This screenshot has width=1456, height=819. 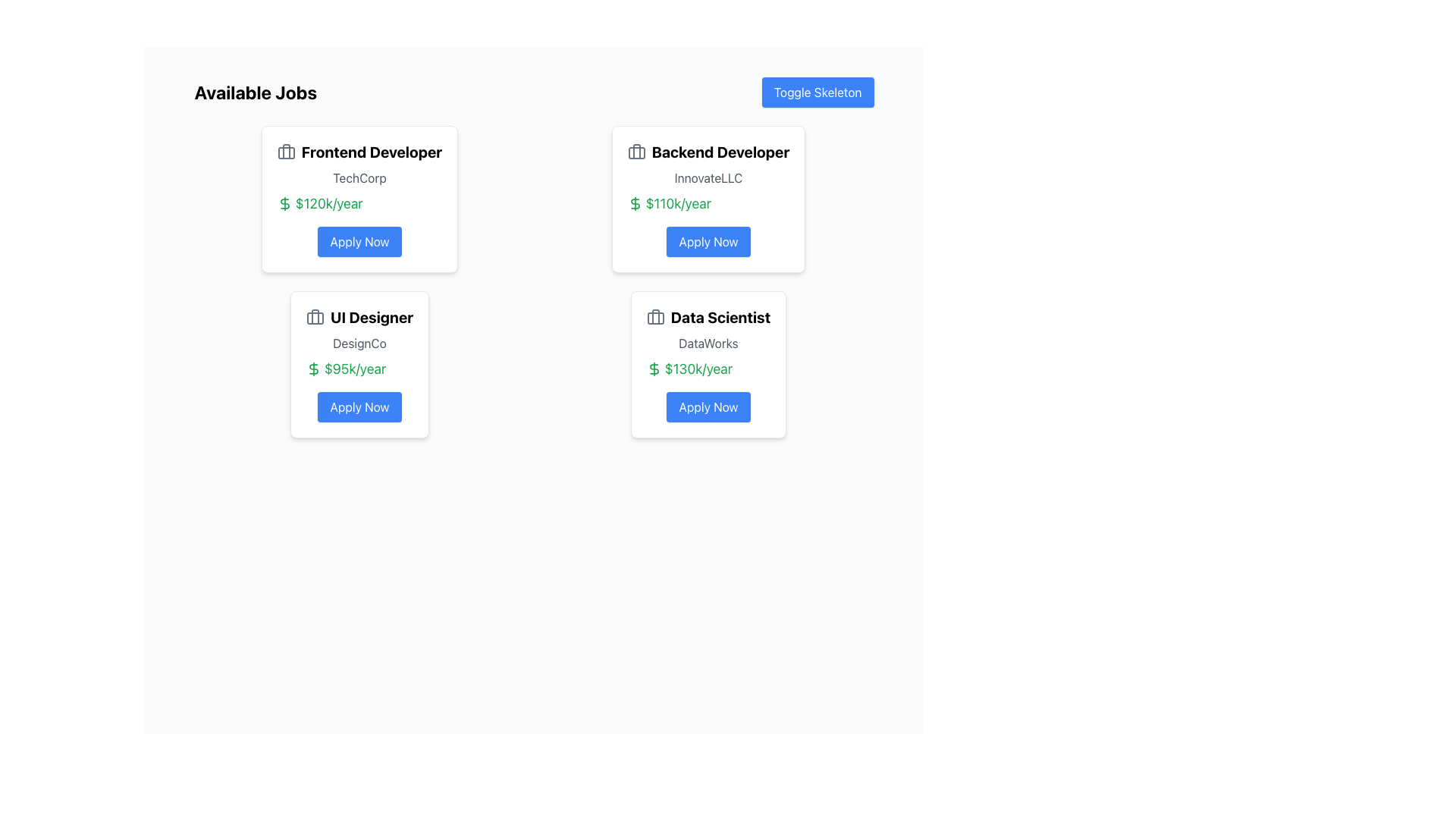 I want to click on the green dollar sign icon located to the left of the salary text '$120k/year' in the 'Frontend Developer' job card, so click(x=284, y=203).